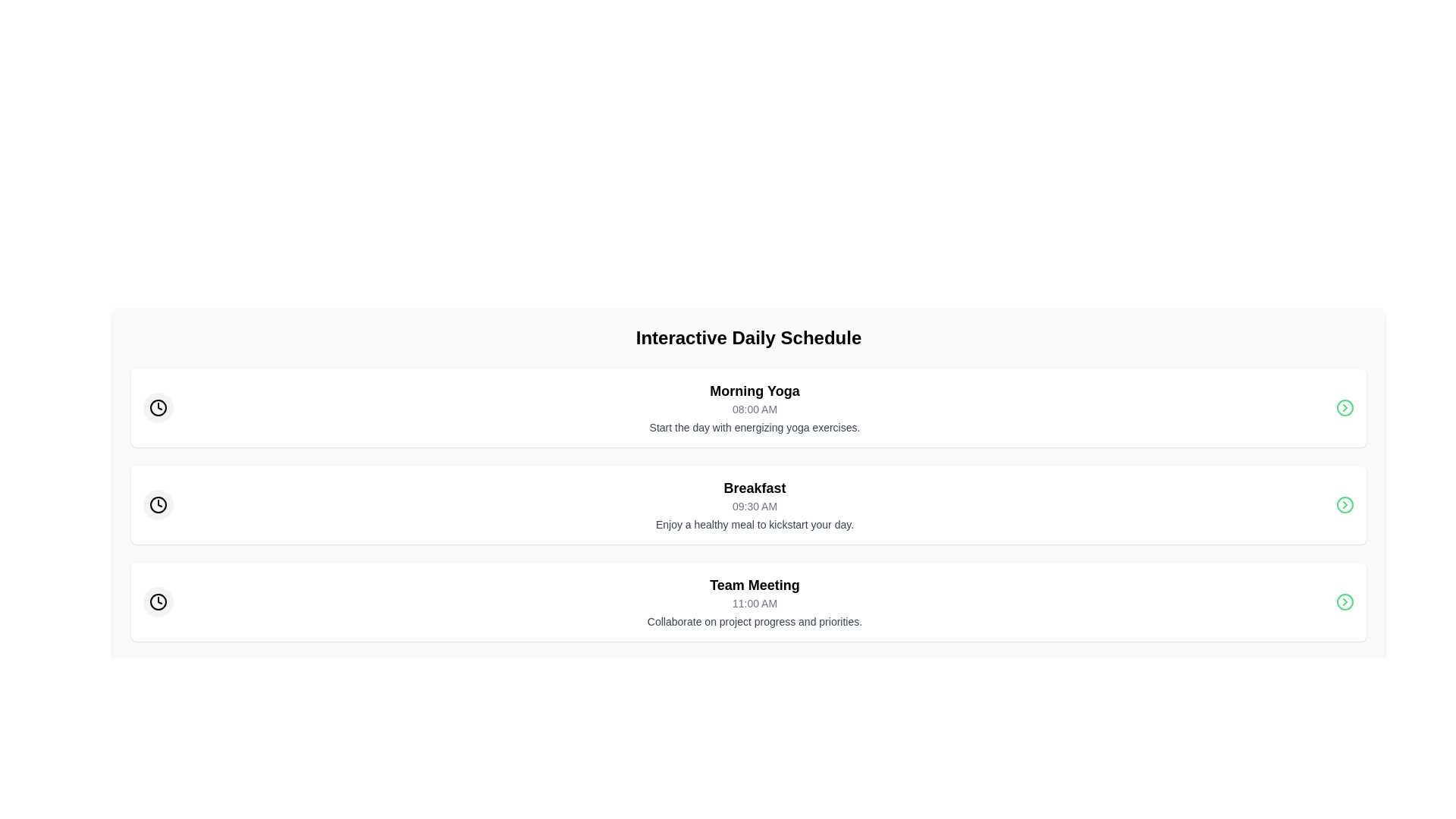 This screenshot has height=819, width=1456. What do you see at coordinates (755, 427) in the screenshot?
I see `the text label reading 'Start the day with energizing yoga exercises.' located below the title 'Morning Yoga' and the time '08:00 AM.'` at bounding box center [755, 427].